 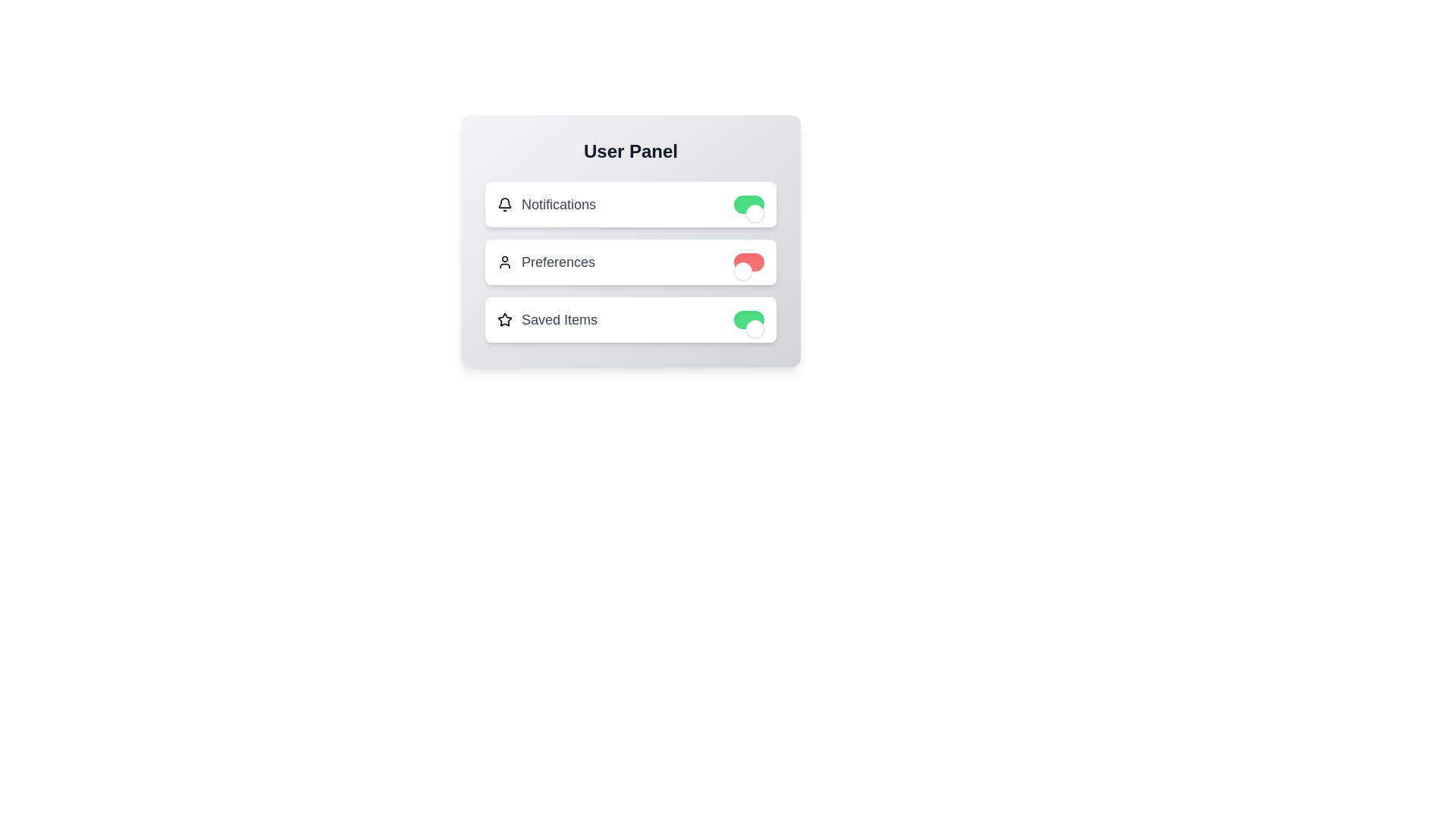 I want to click on the 'Preferences' switch to toggle its state, so click(x=749, y=262).